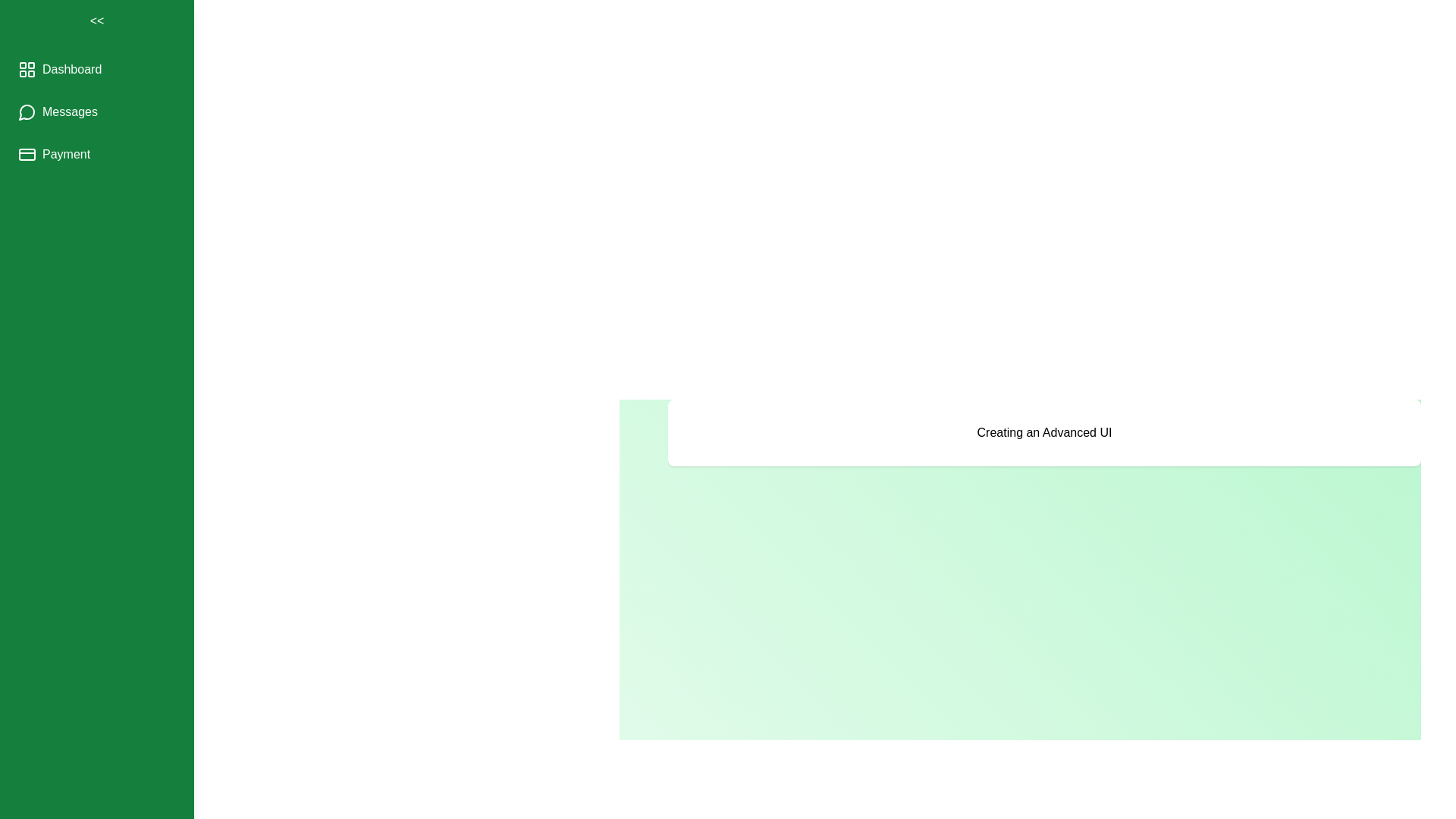 Image resolution: width=1456 pixels, height=819 pixels. What do you see at coordinates (27, 111) in the screenshot?
I see `the small circular speech bubble icon on the left sidebar, which is positioned below the 'Dashboard' icon and above the 'Payment' icon` at bounding box center [27, 111].